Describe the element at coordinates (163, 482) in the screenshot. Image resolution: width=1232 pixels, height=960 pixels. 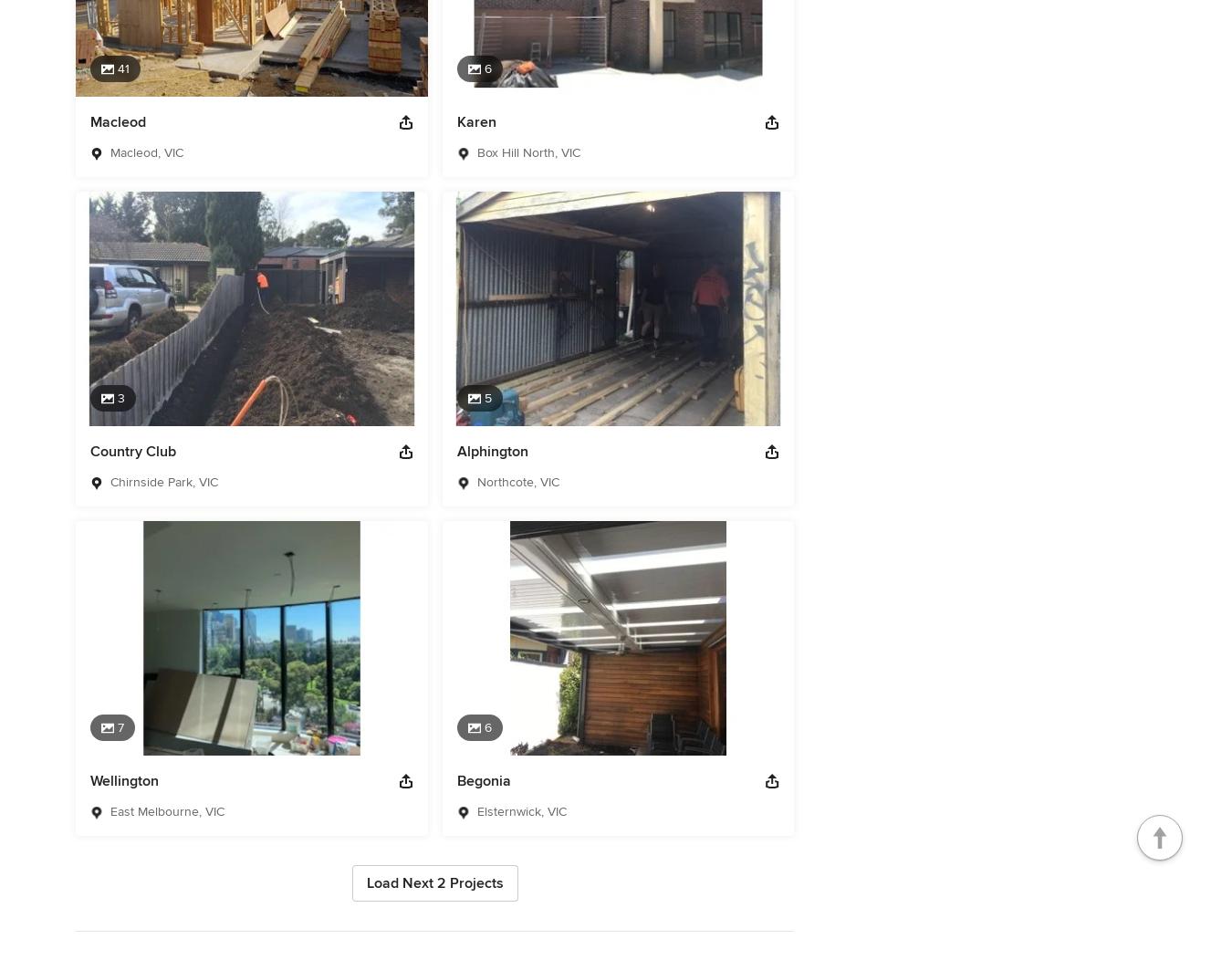
I see `'Chirnside Park, VIC'` at that location.